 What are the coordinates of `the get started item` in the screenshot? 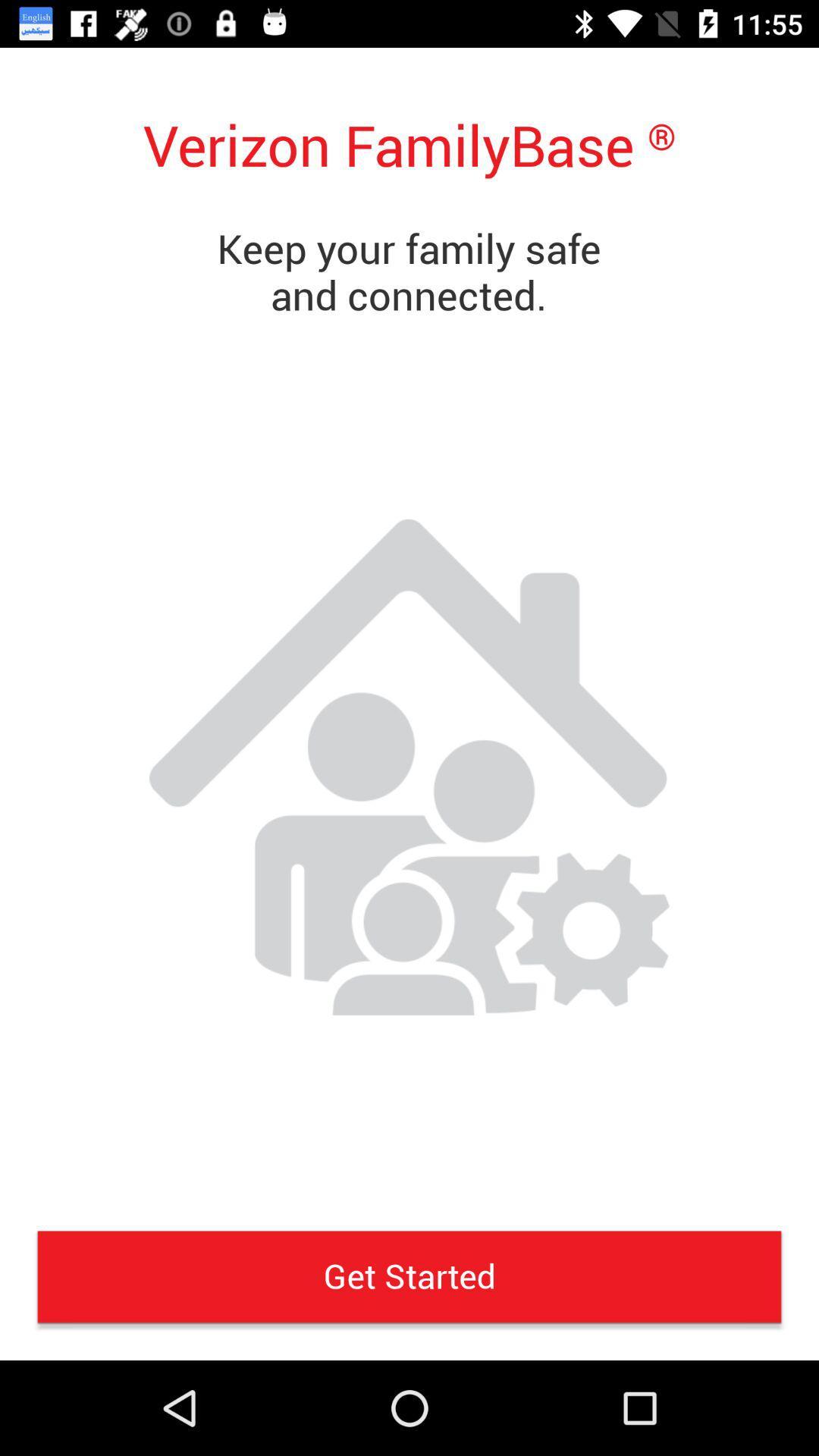 It's located at (409, 1276).